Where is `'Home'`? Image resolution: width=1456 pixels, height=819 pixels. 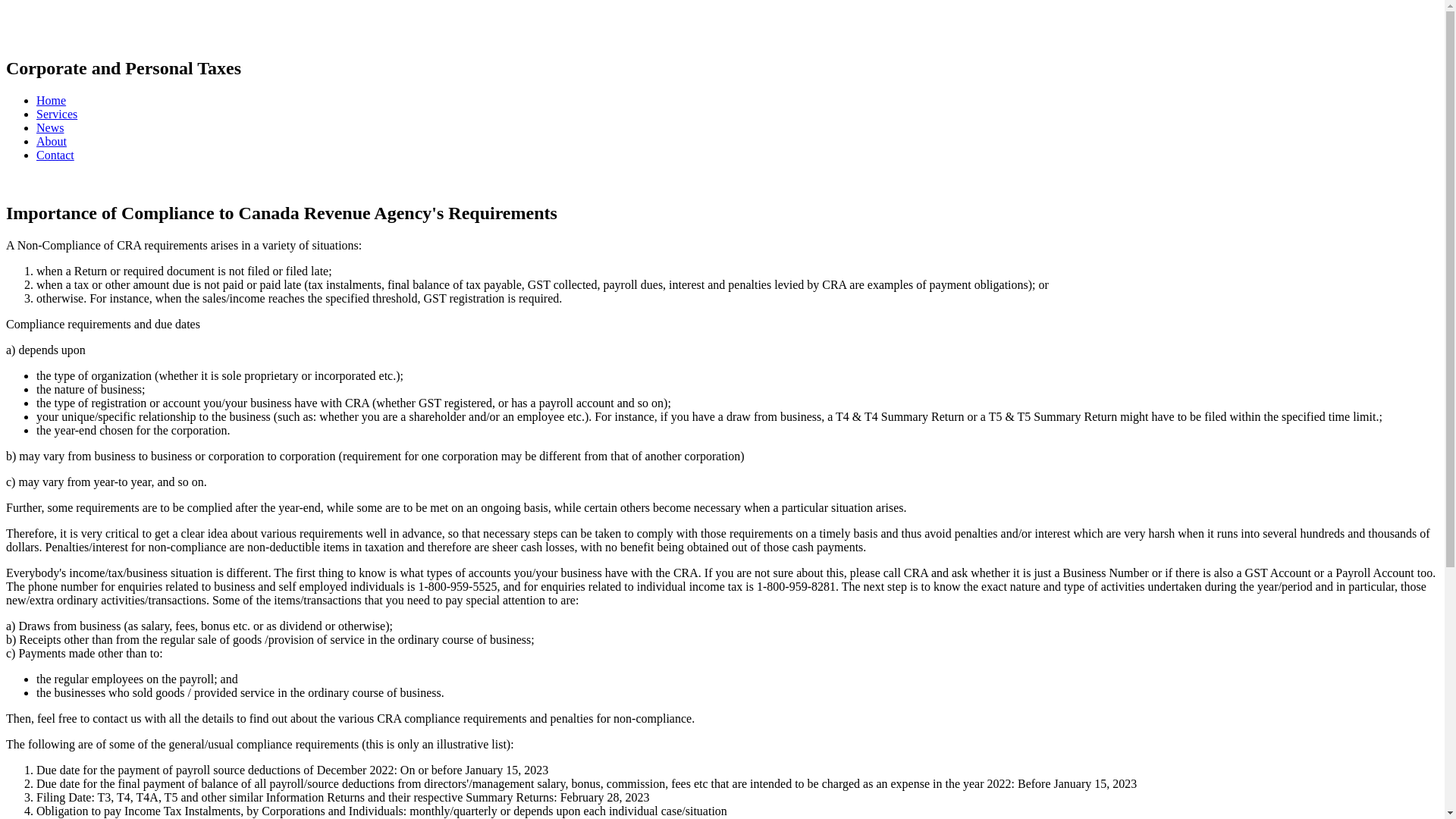 'Home' is located at coordinates (51, 100).